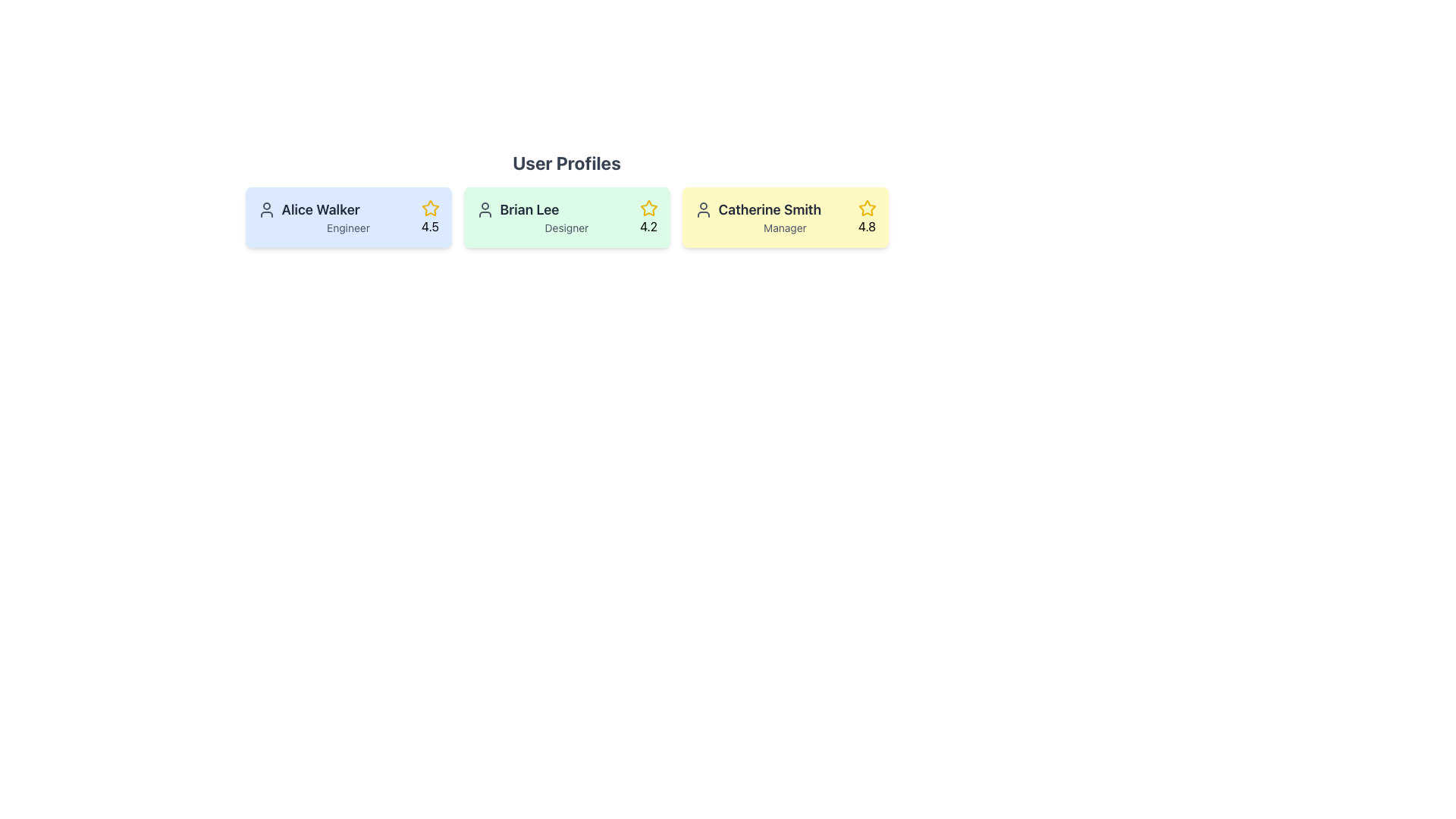 This screenshot has width=1456, height=819. What do you see at coordinates (702, 210) in the screenshot?
I see `the user silhouette icon, which is positioned to the far left within the yellow box containing 'Catherine Smith Manager' and is left-aligned with the text 'Catherine Smith'` at bounding box center [702, 210].